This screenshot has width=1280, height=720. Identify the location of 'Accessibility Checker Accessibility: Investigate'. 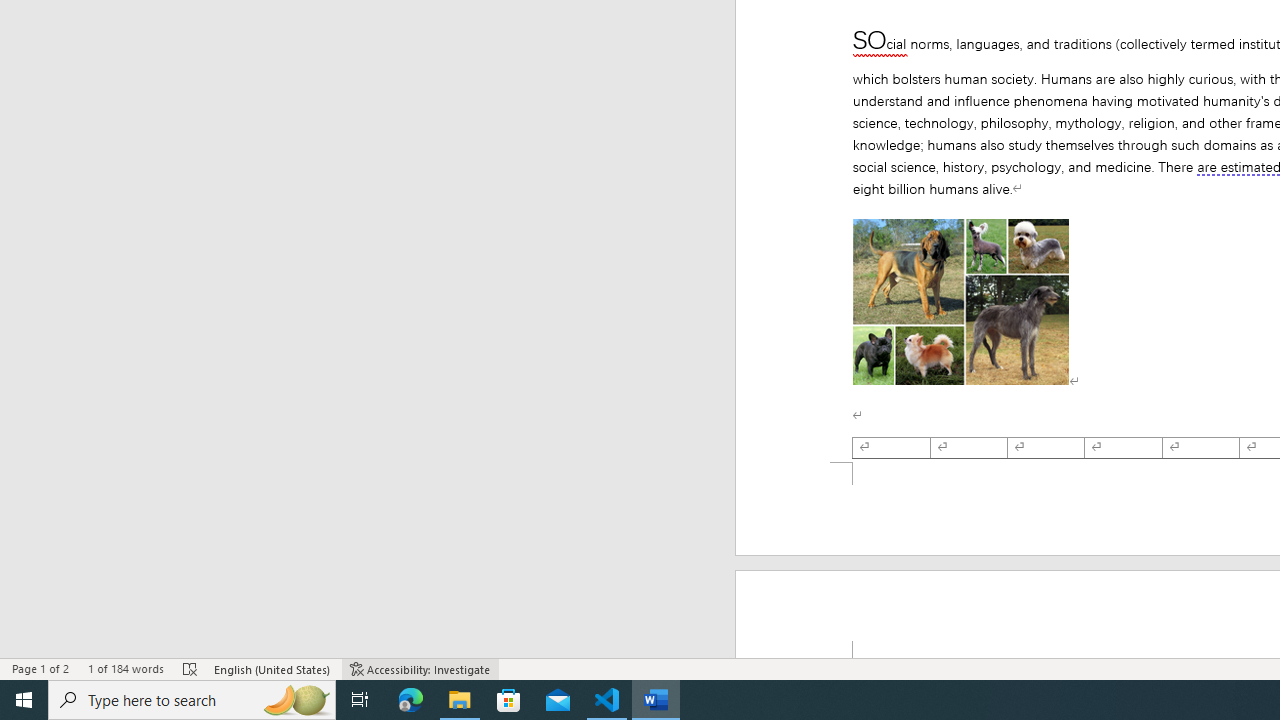
(419, 669).